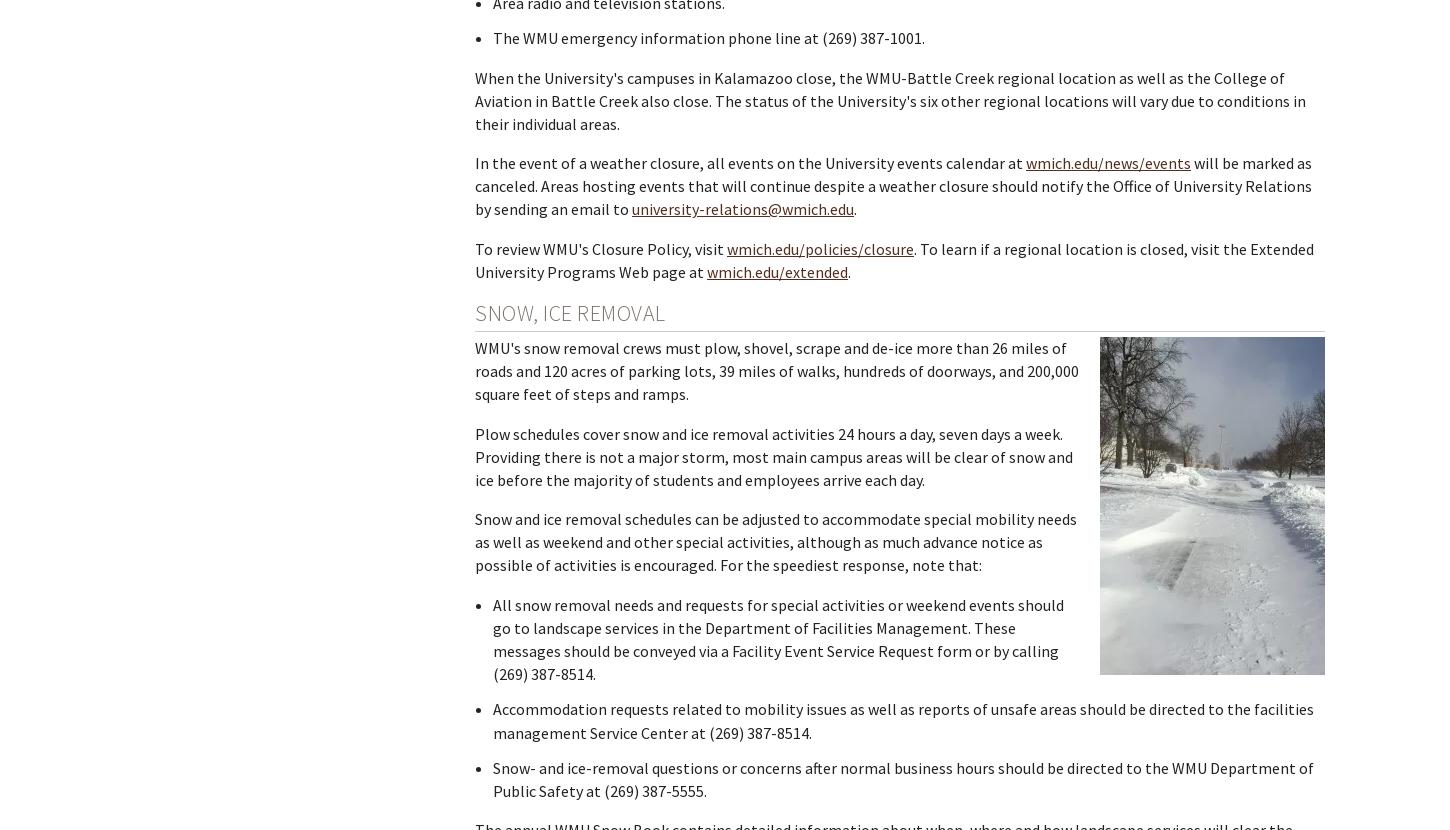 This screenshot has width=1450, height=830. What do you see at coordinates (742, 208) in the screenshot?
I see `'university-relations@wmich.edu'` at bounding box center [742, 208].